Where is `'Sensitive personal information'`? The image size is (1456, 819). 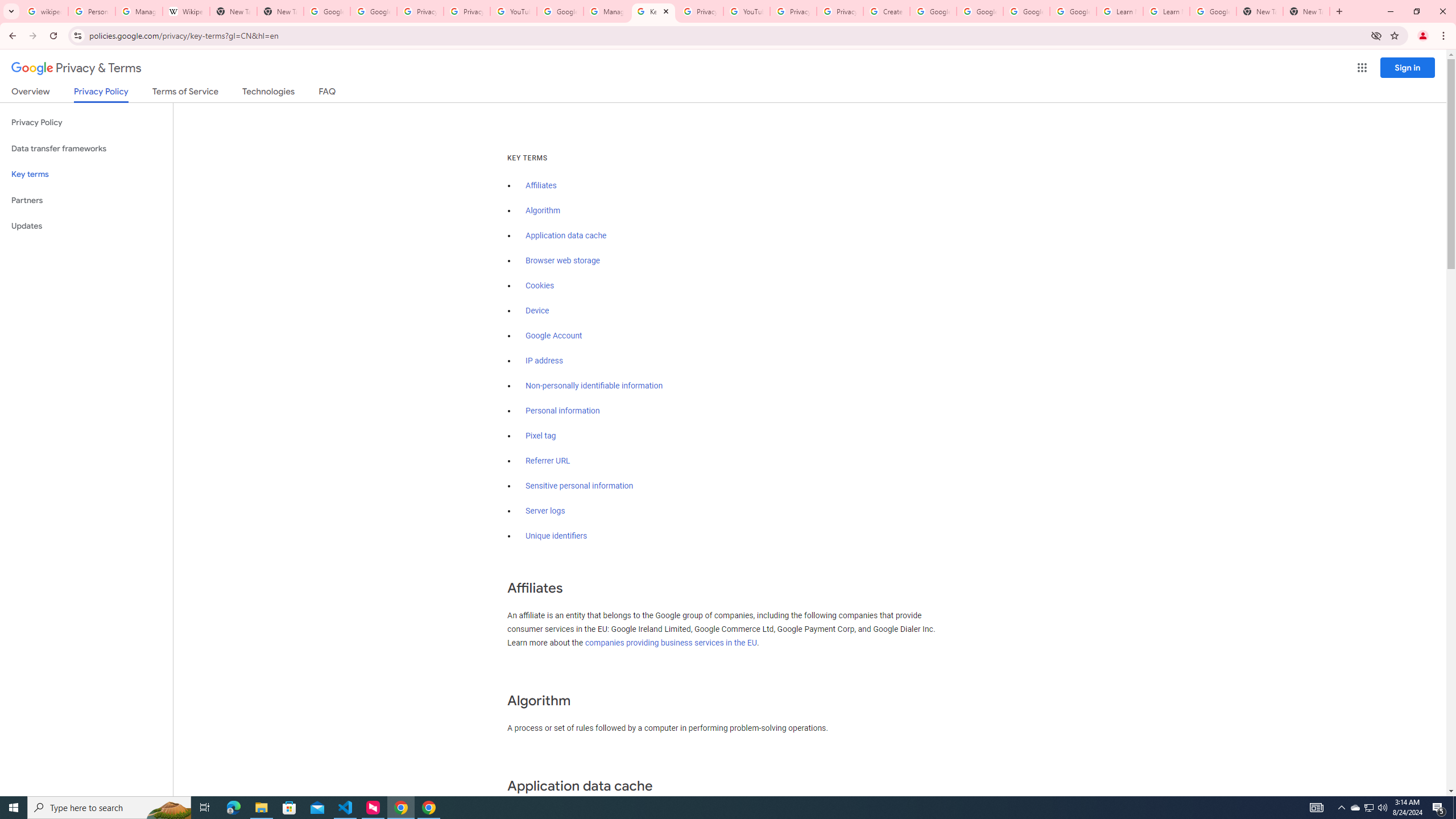 'Sensitive personal information' is located at coordinates (579, 486).